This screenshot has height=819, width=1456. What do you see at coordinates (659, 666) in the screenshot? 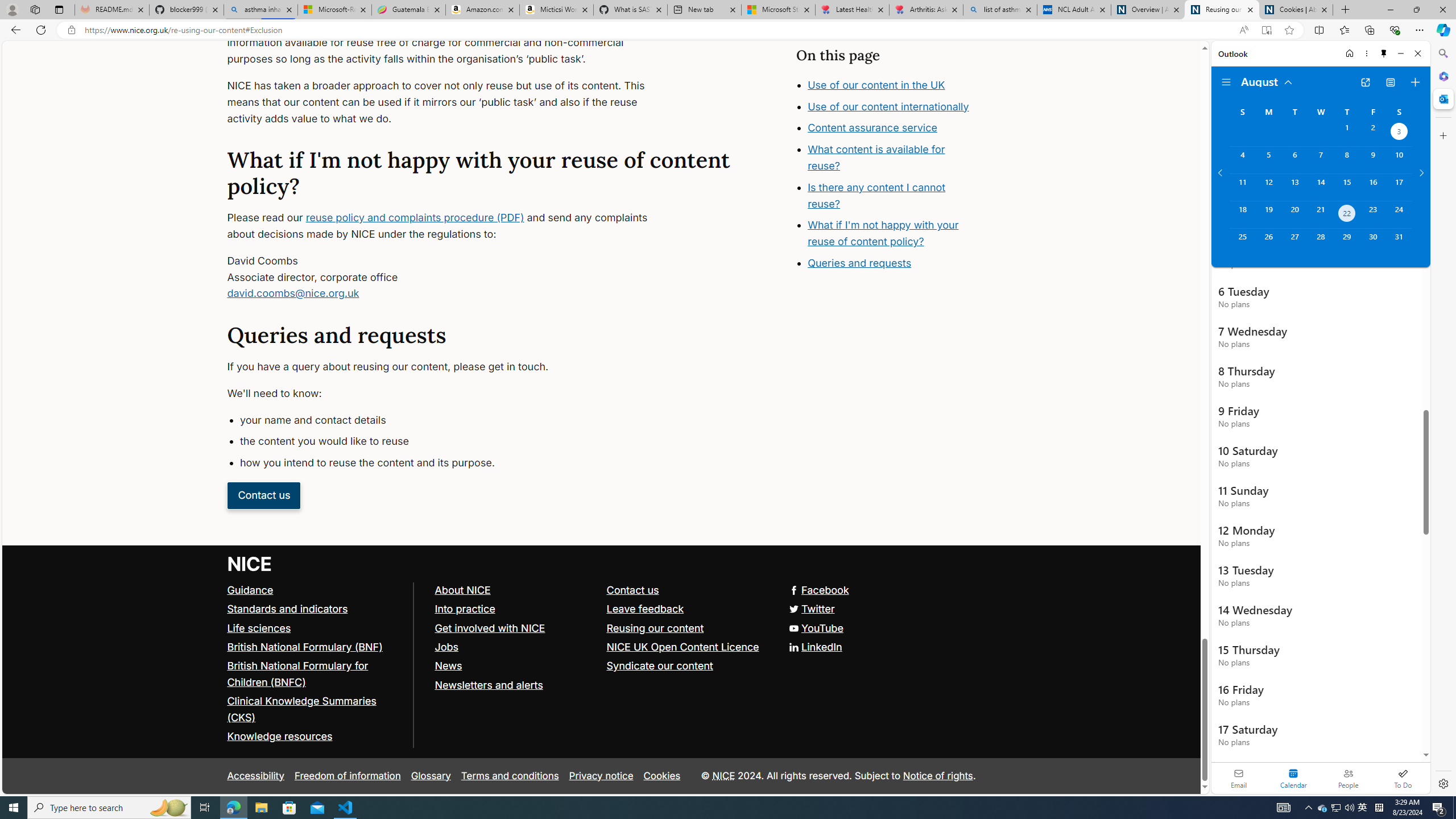
I see `'Syndicate our content'` at bounding box center [659, 666].